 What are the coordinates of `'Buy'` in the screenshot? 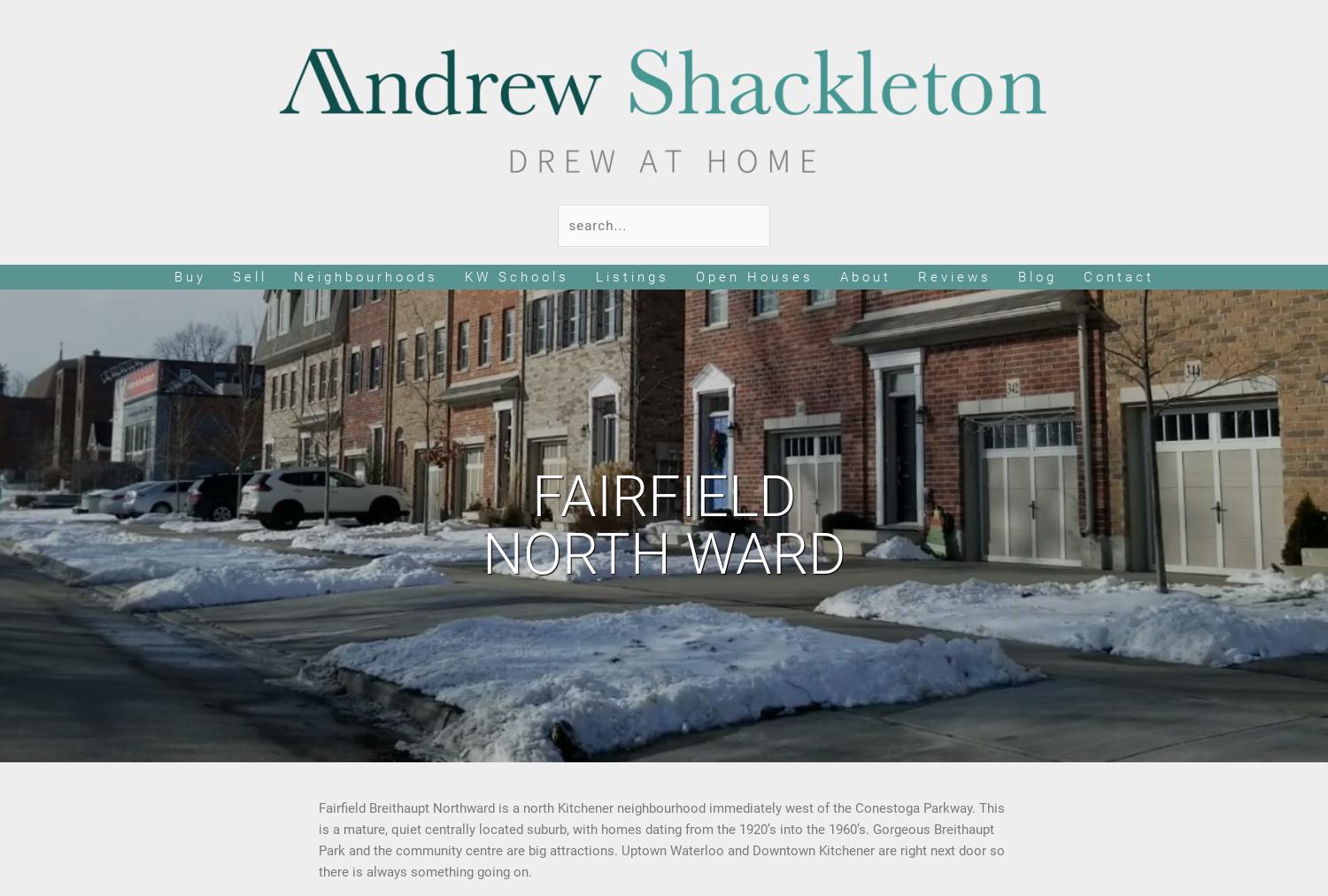 It's located at (189, 276).